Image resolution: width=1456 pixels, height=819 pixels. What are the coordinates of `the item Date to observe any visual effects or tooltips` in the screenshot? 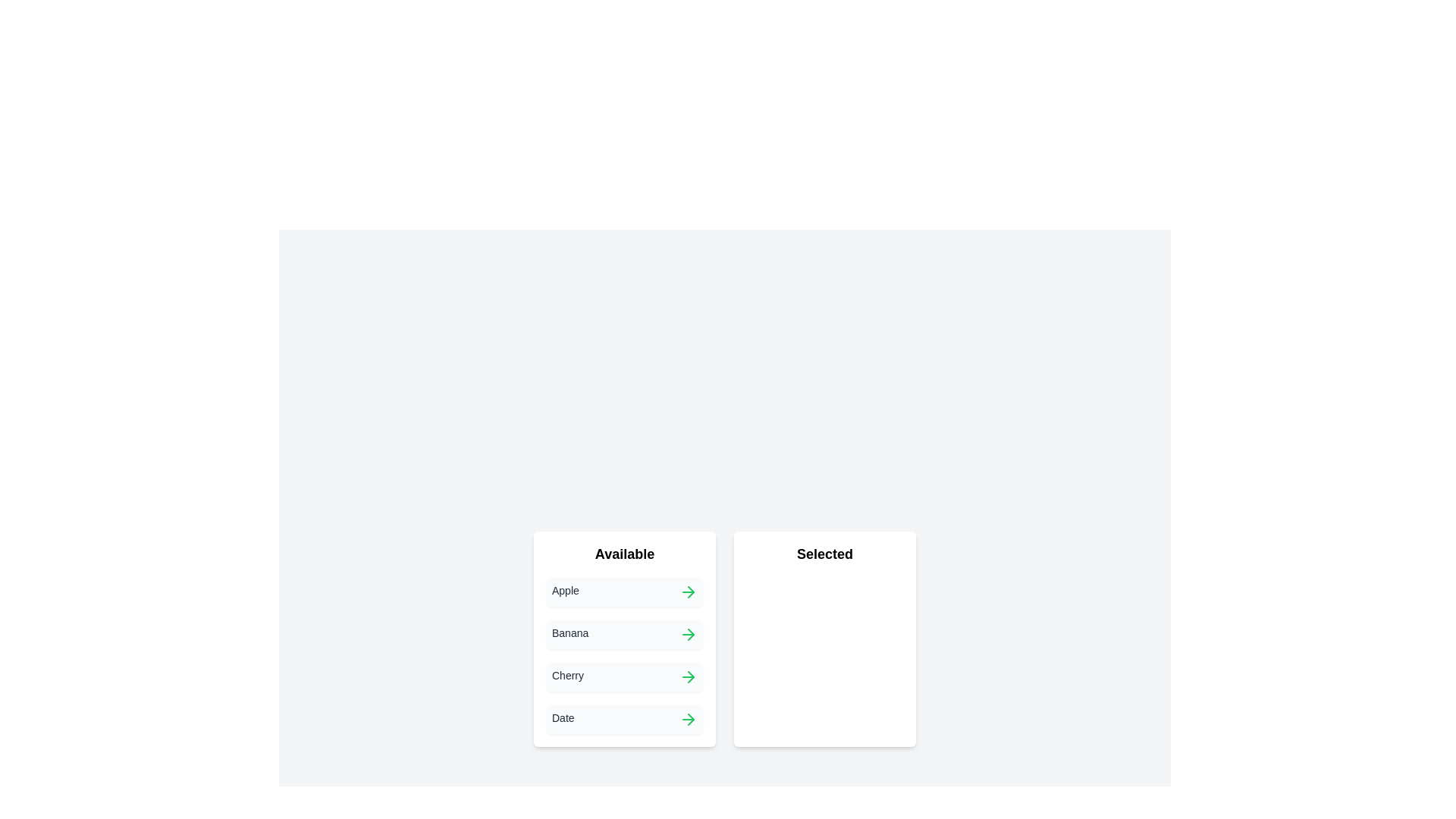 It's located at (625, 718).